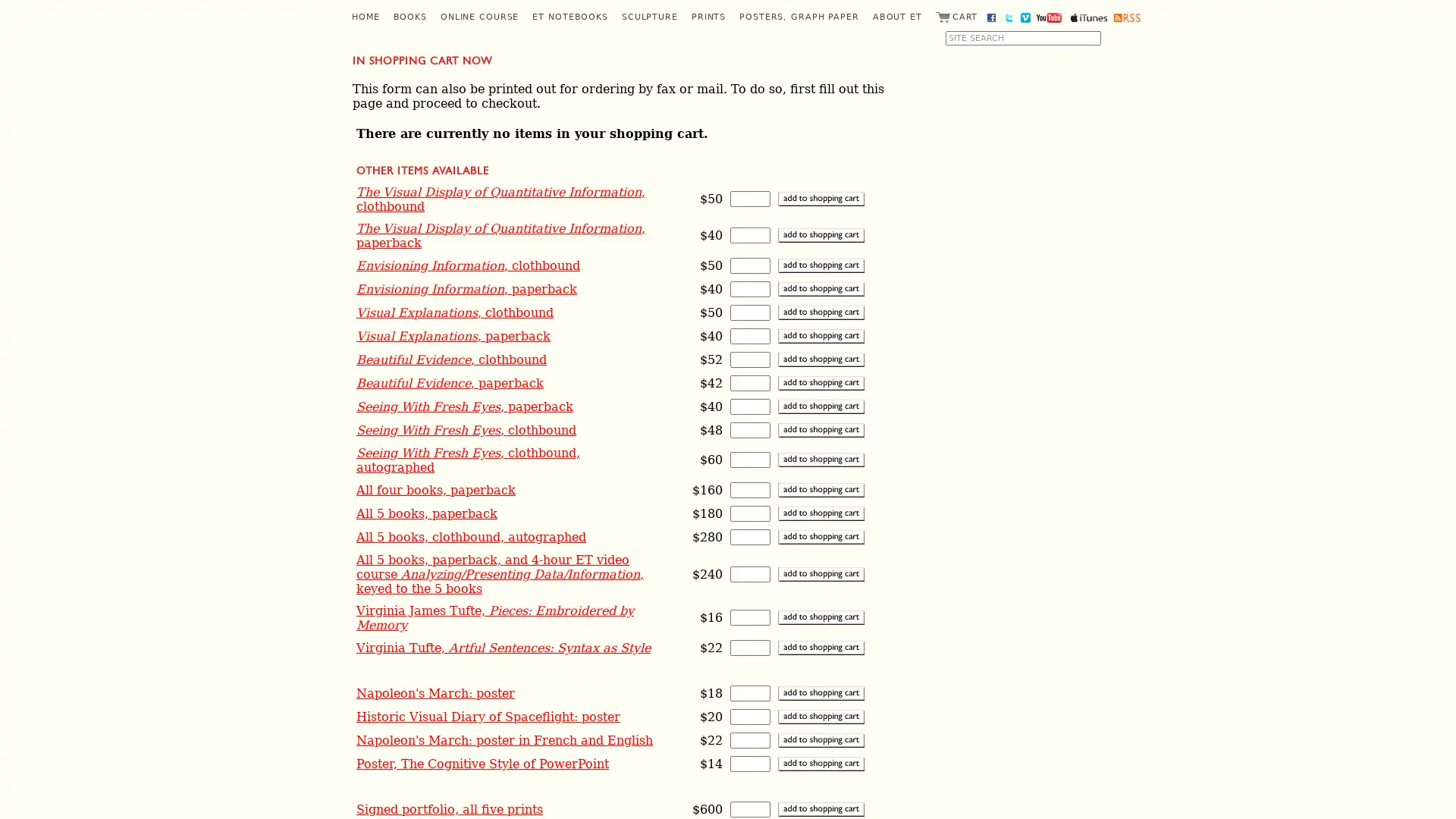 Image resolution: width=1456 pixels, height=819 pixels. Describe the element at coordinates (821, 808) in the screenshot. I see `add to shopping cart` at that location.